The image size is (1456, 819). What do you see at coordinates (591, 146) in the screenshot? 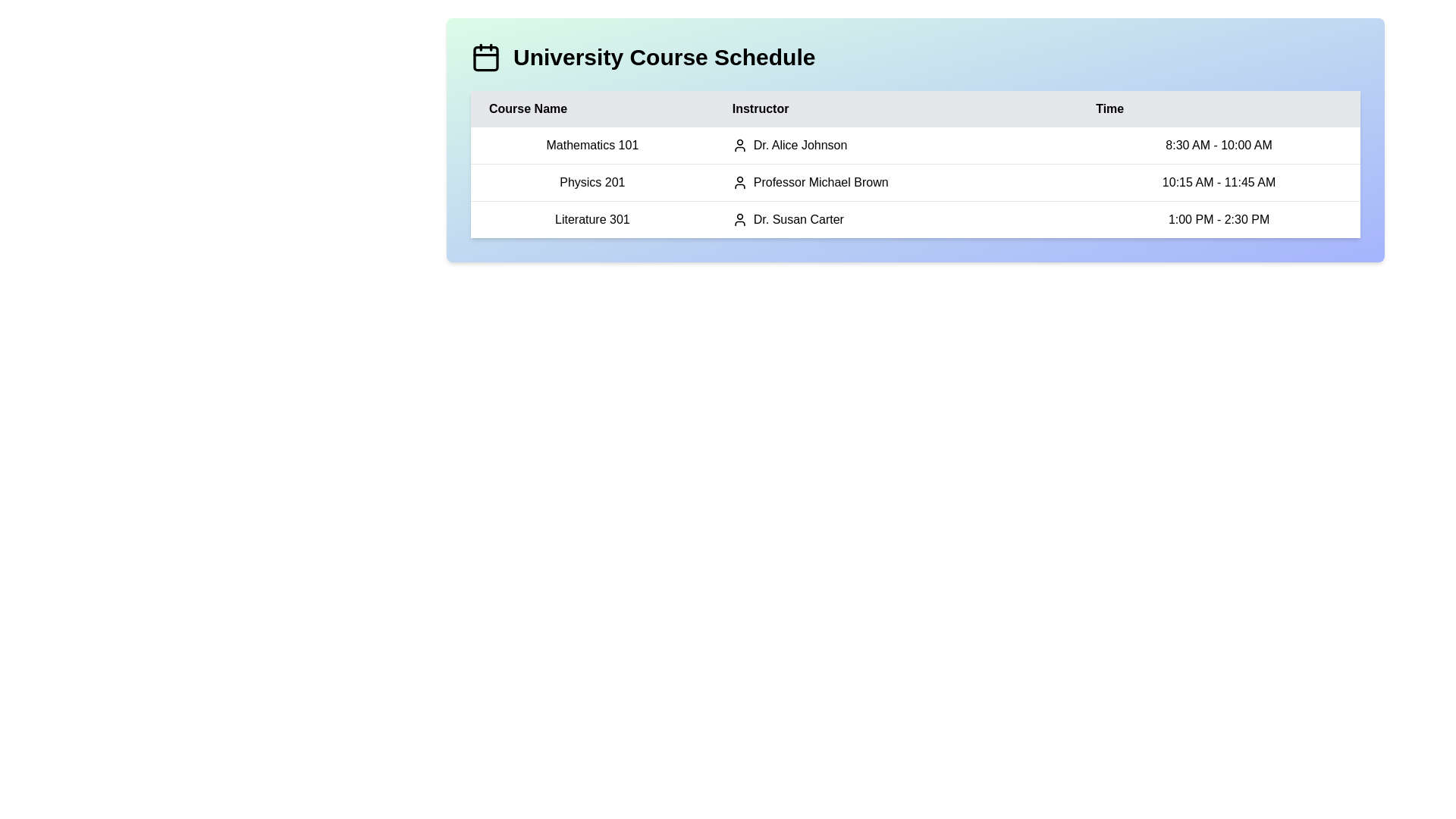
I see `the 'Mathematics 101' text label located in the 'Course Name' column of the first row in the 'University Course Schedule' table` at bounding box center [591, 146].